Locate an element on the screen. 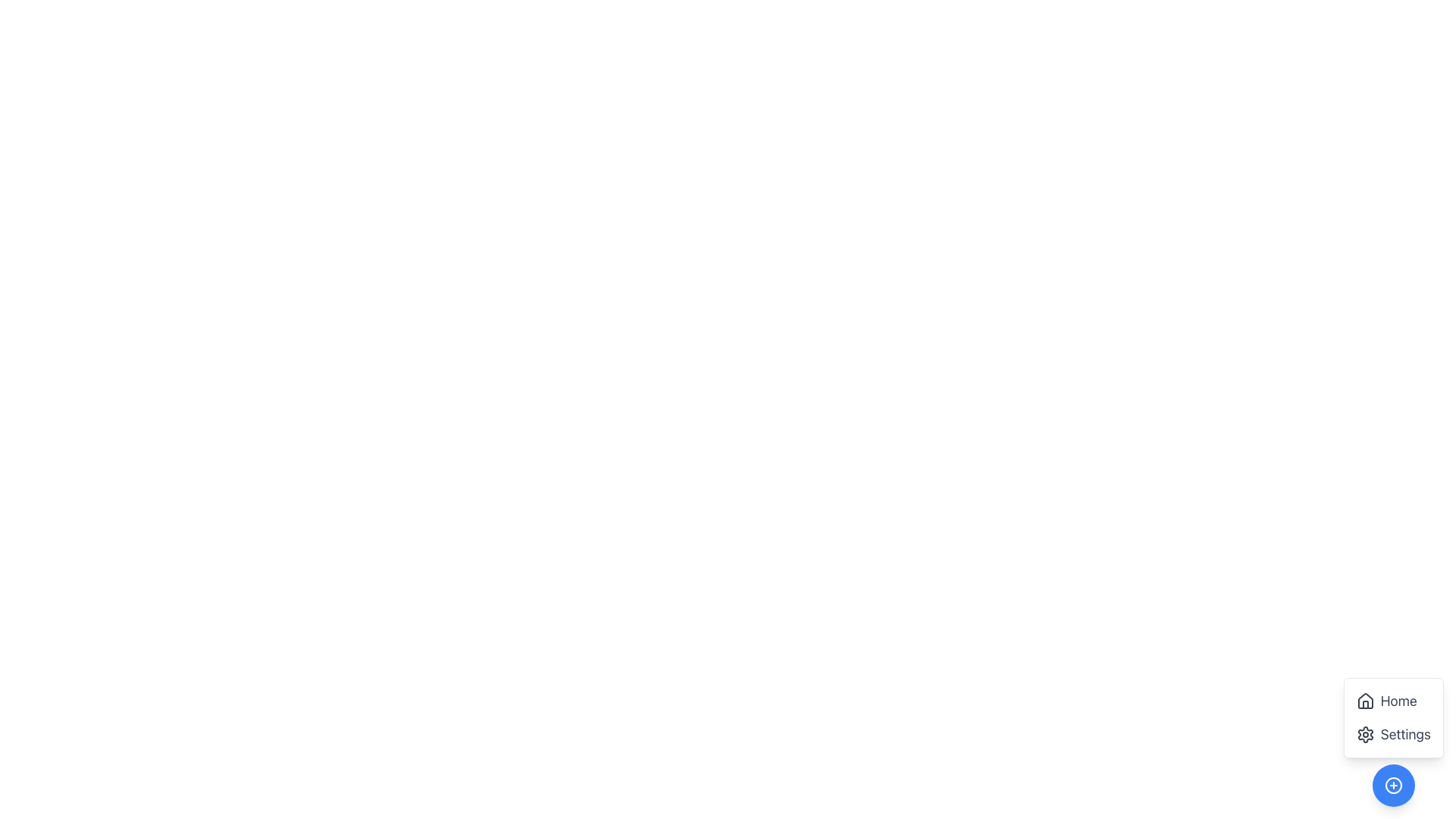 The width and height of the screenshot is (1456, 819). the gear icon in the lower-right corner of the interface is located at coordinates (1365, 733).